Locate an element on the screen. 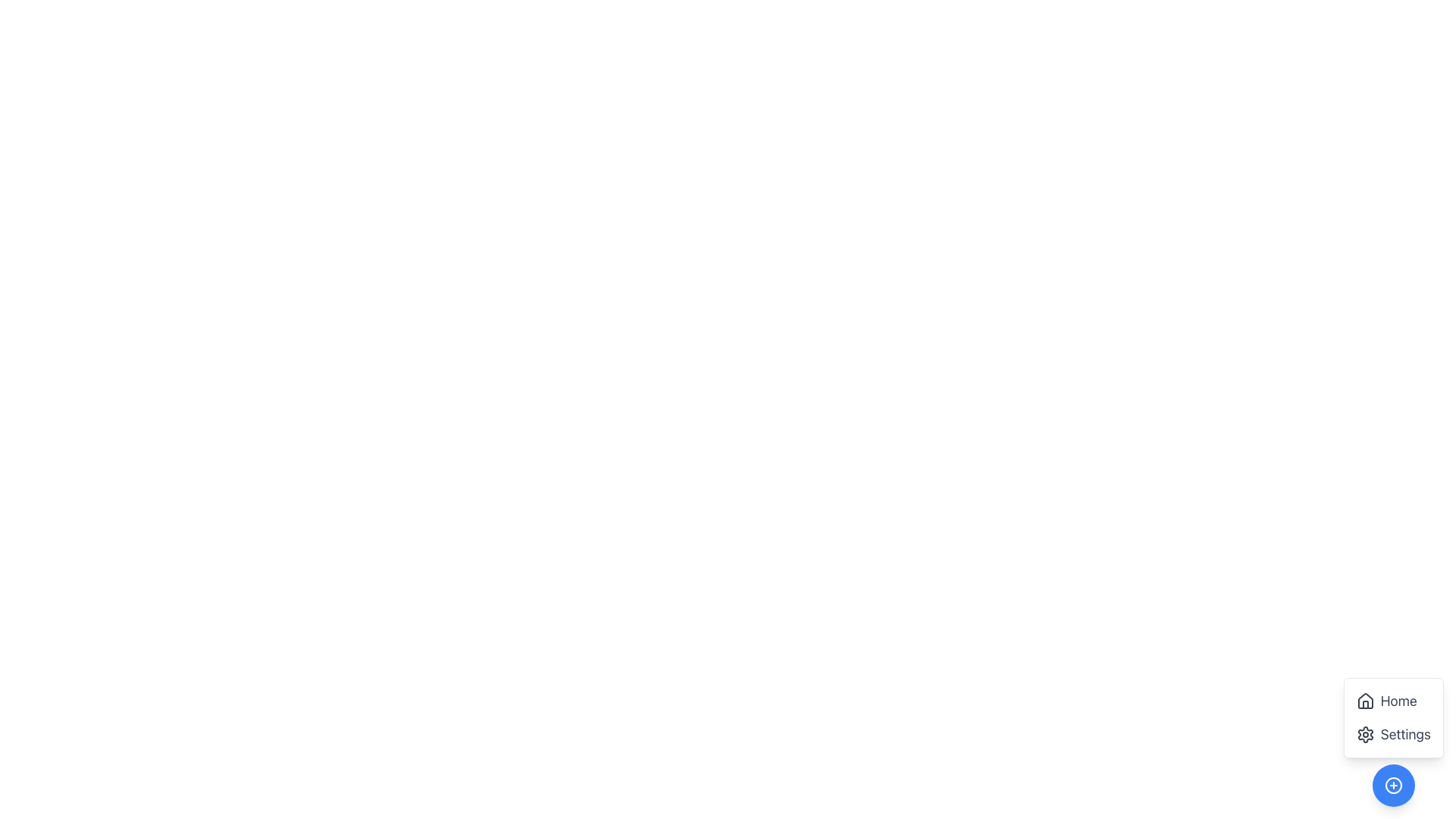 The width and height of the screenshot is (1456, 819). the gear icon in the lower-right corner of the interface is located at coordinates (1365, 733).